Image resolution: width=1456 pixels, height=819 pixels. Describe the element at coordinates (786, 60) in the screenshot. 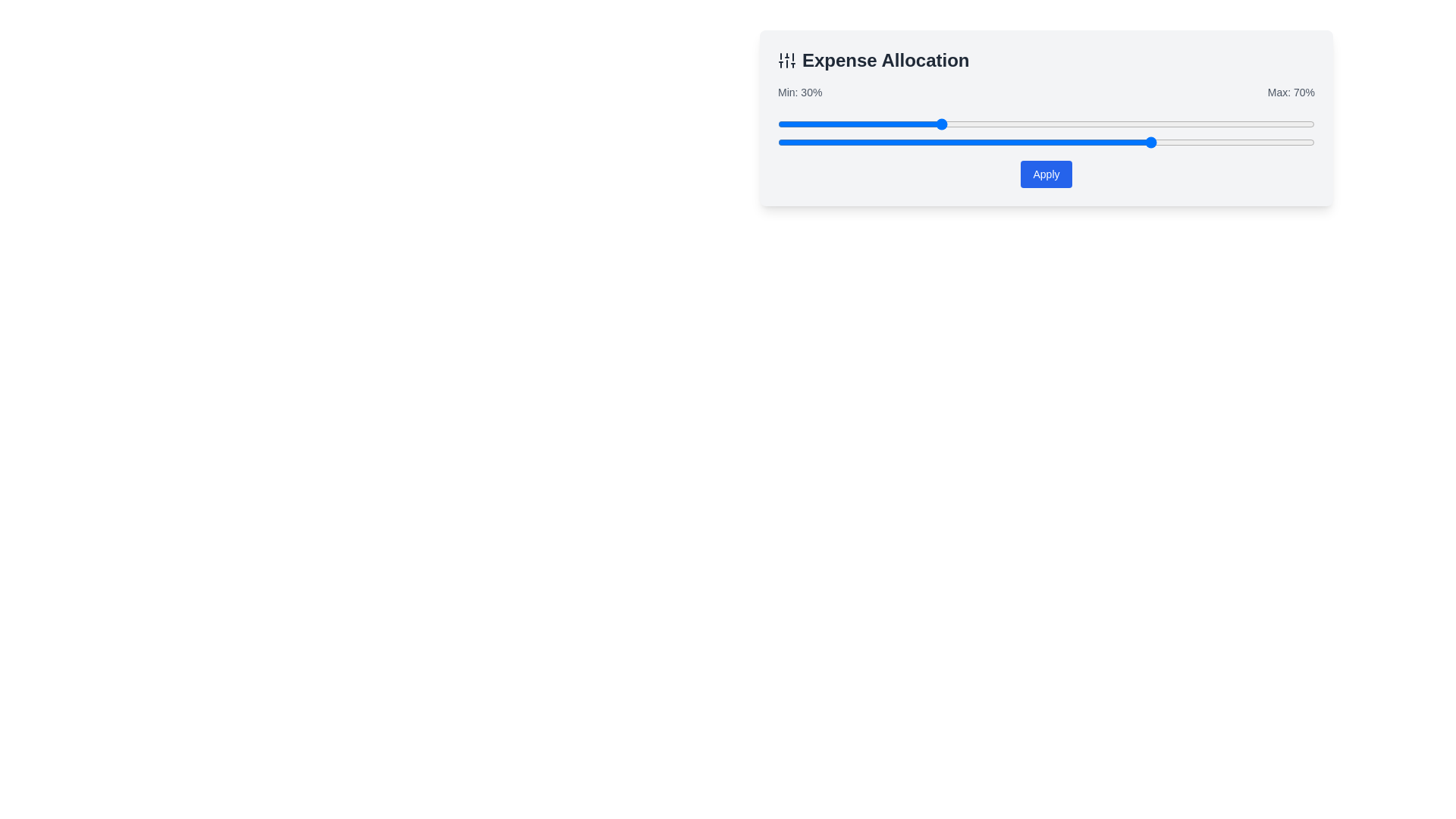

I see `the vertical sliders icon located at the top-left corner of the card, to the left of the title 'Expense Allocation'` at that location.